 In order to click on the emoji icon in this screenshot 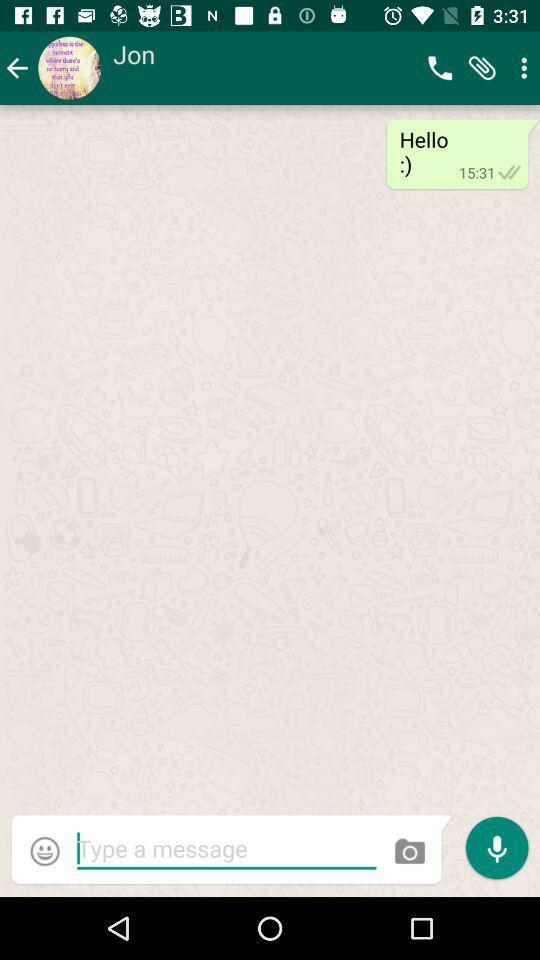, I will do `click(44, 851)`.